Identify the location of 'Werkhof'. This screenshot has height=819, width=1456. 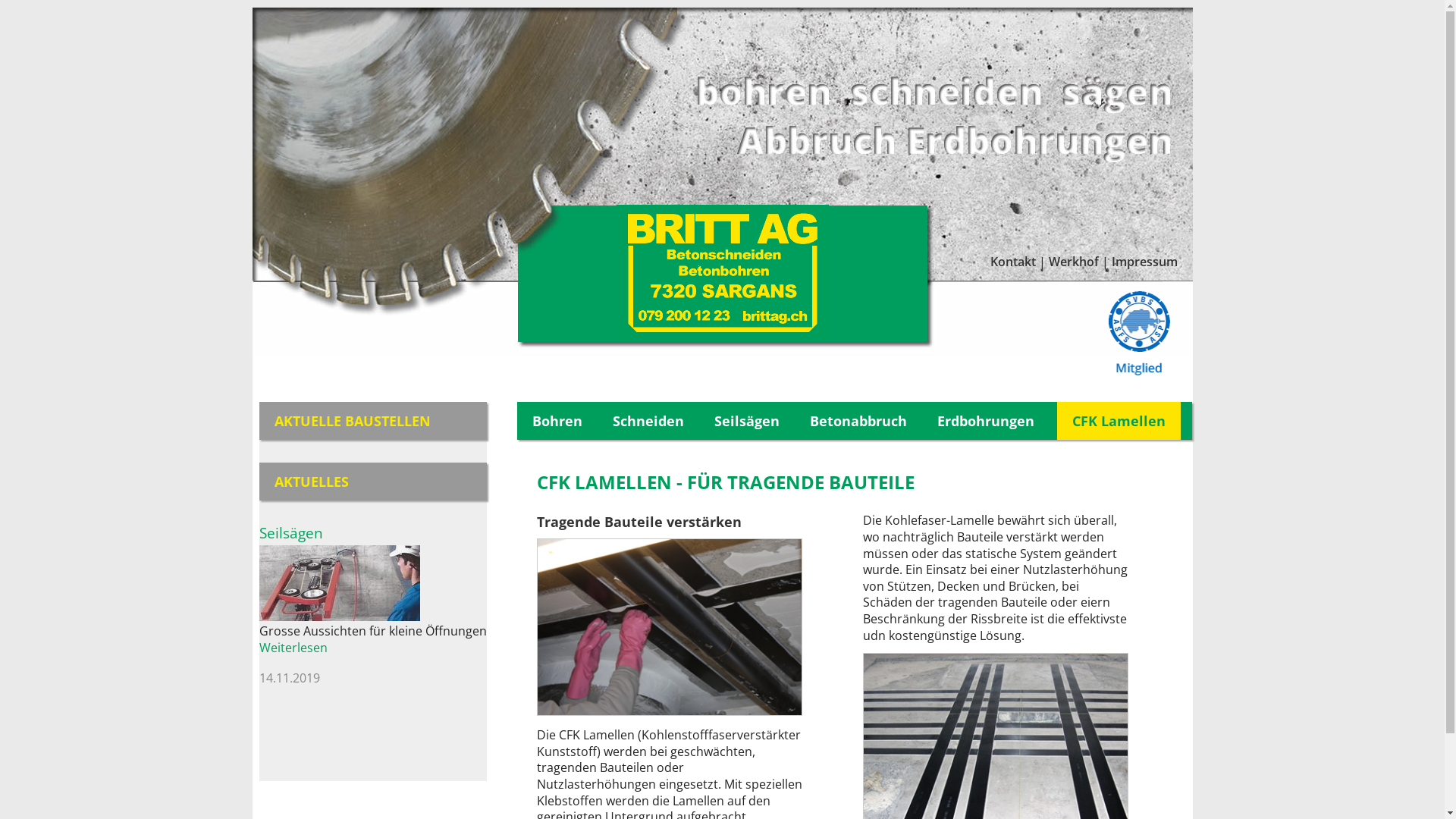
(1073, 260).